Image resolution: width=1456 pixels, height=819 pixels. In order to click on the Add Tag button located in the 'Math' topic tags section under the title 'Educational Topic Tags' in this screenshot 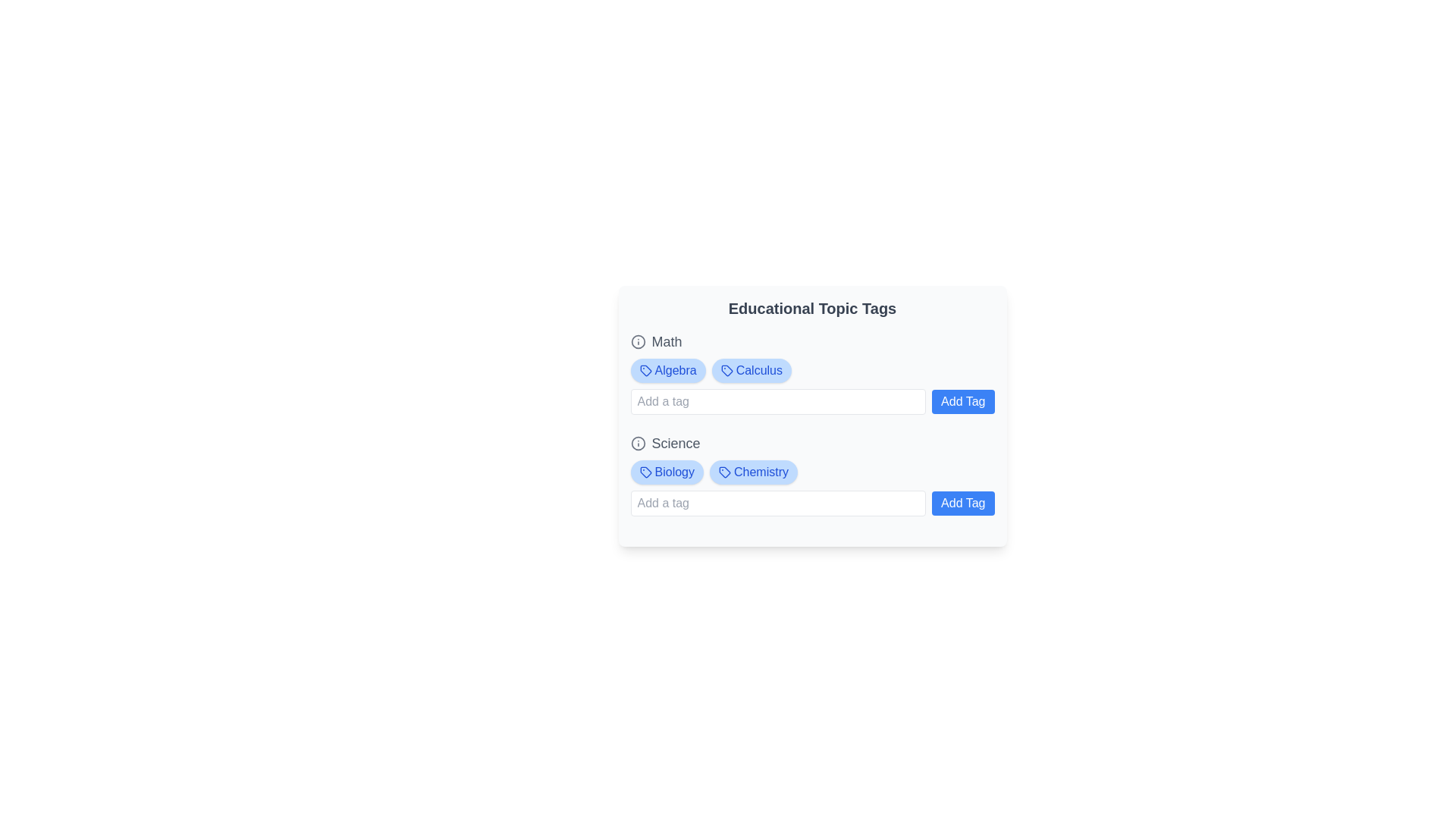, I will do `click(811, 373)`.